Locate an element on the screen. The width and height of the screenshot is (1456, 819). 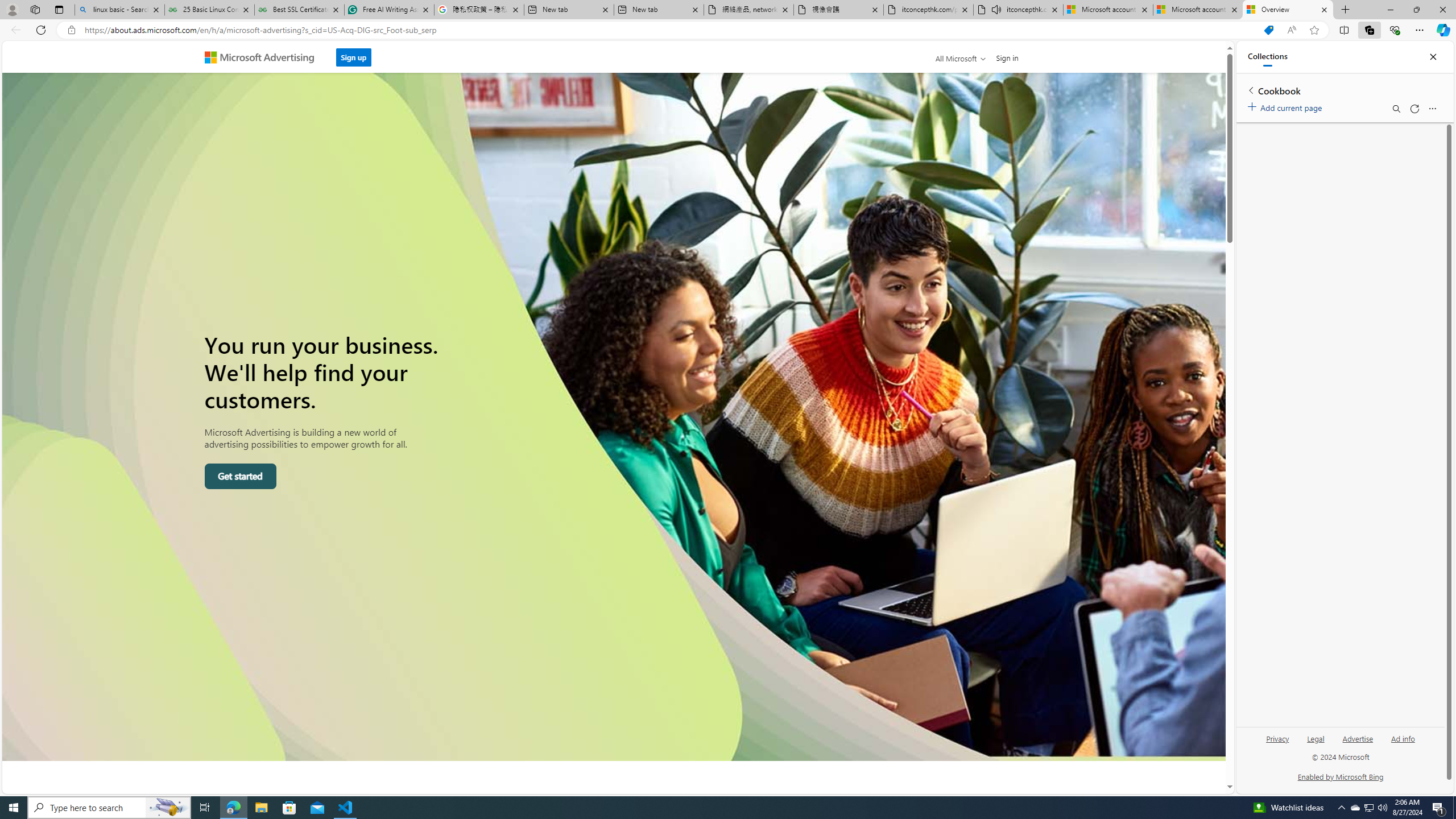
'itconcepthk.com/projector_solutions.mp4 - Audio playing' is located at coordinates (1017, 9).